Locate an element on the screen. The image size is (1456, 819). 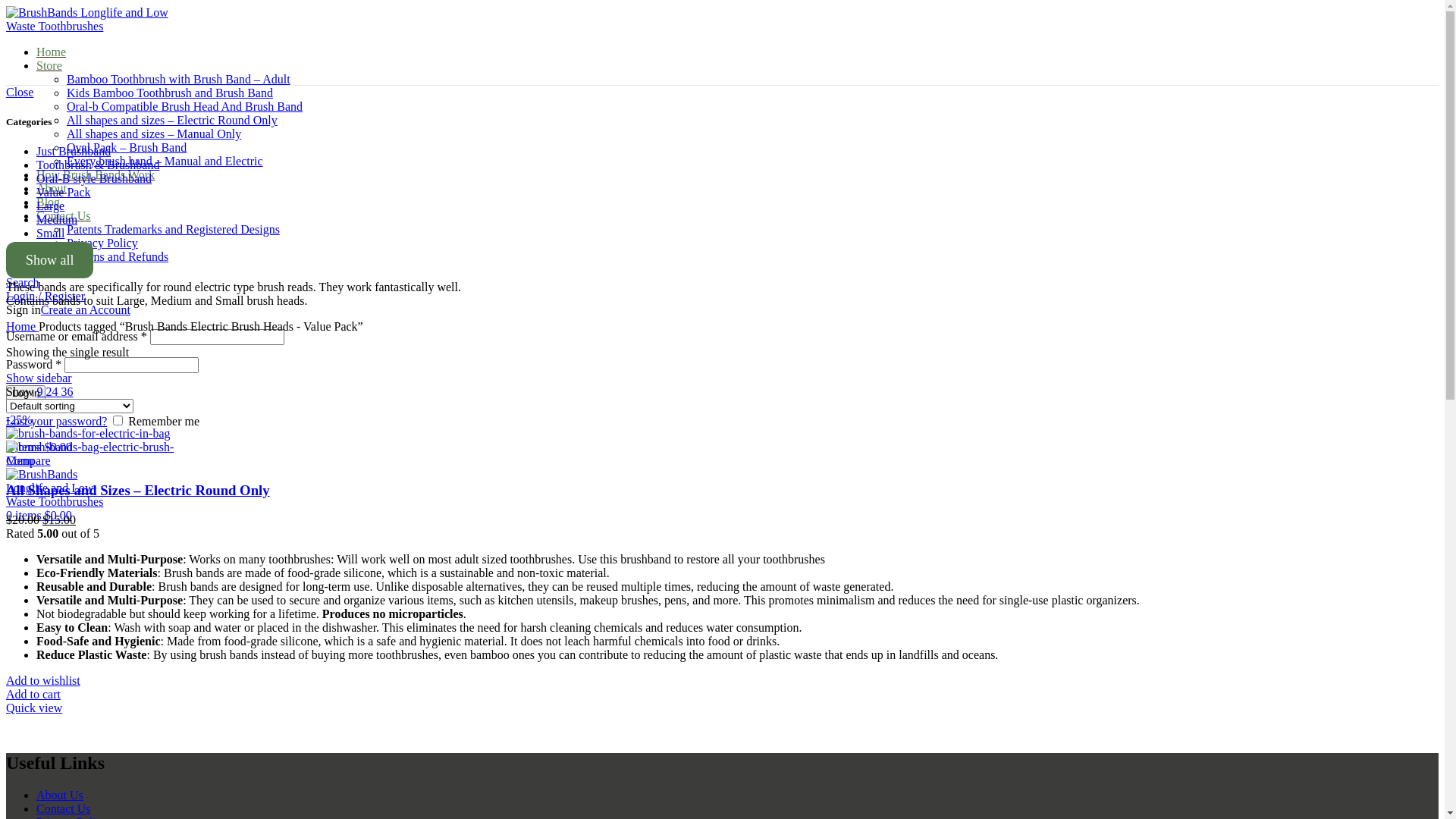
'Login / Register' is located at coordinates (45, 296).